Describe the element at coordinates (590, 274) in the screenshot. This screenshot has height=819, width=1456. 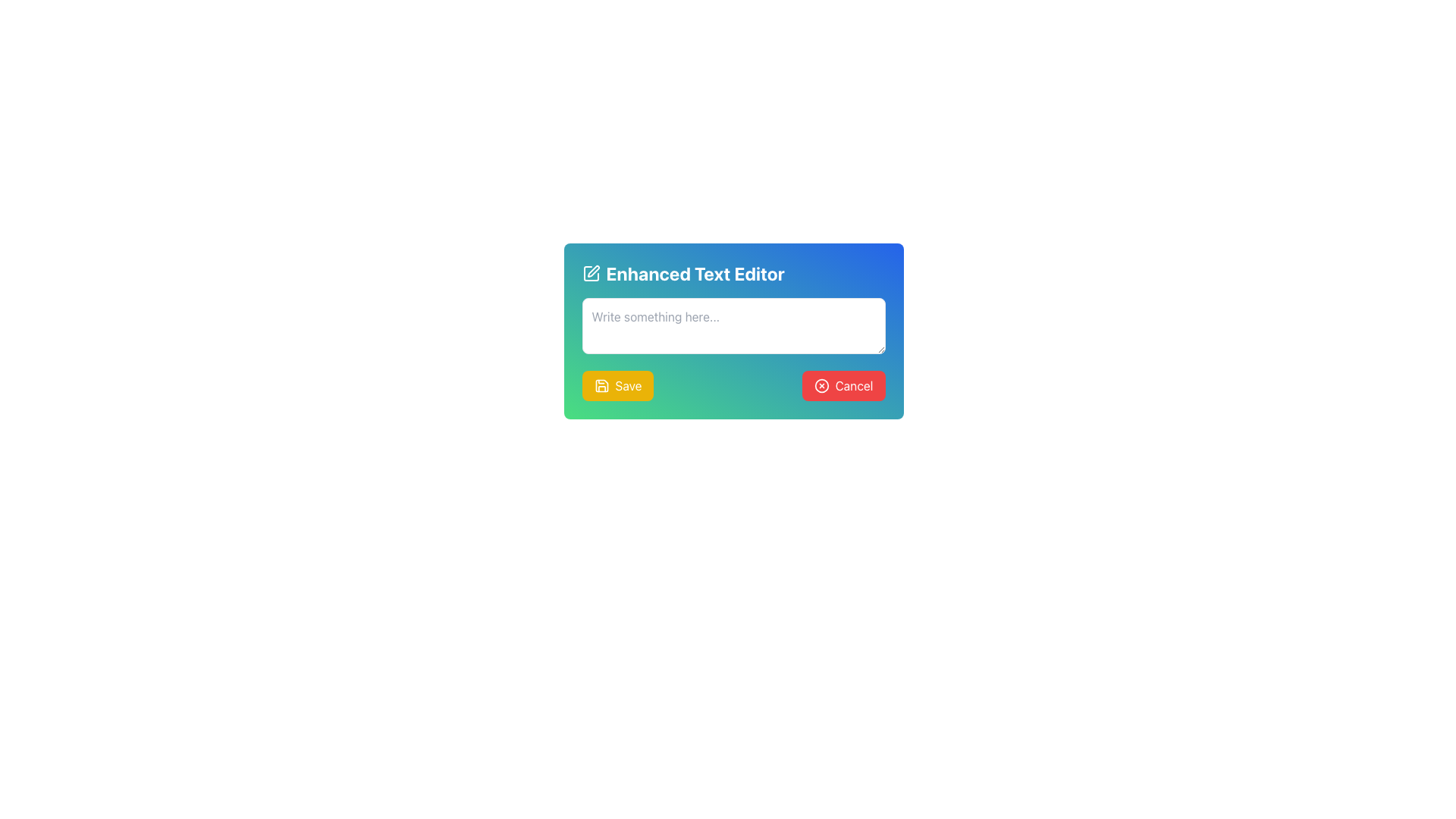
I see `the editing function icon located to the far left of the title header, which indicates the 'Enhanced Text Editor'` at that location.